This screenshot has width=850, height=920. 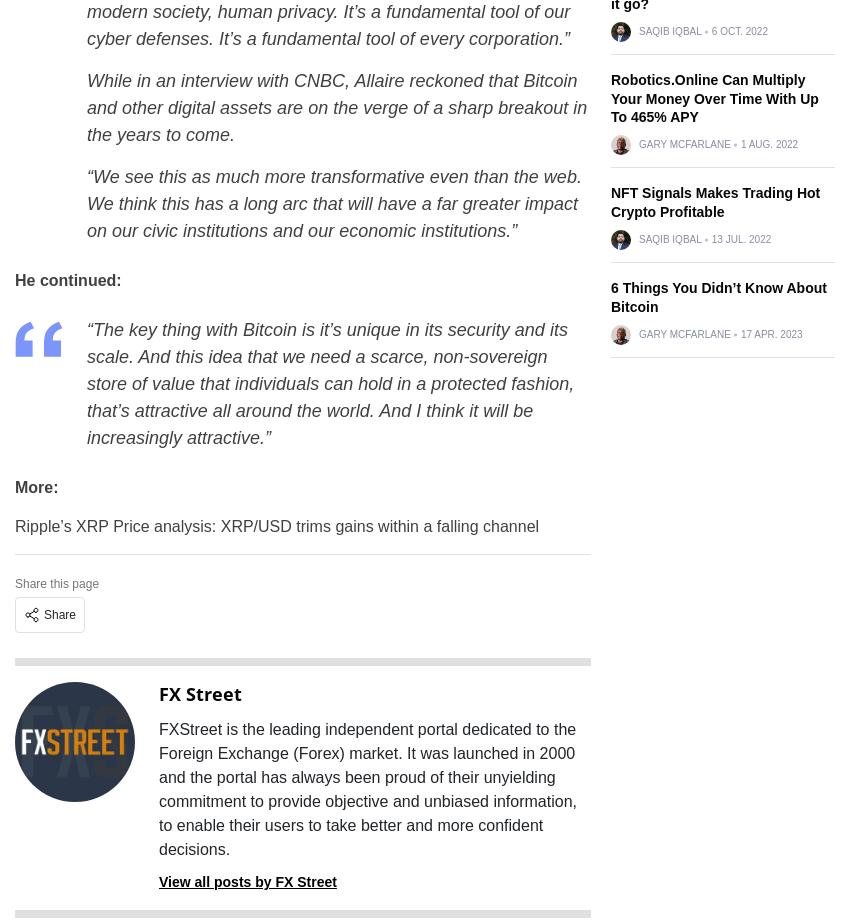 I want to click on '6 Things You Didn’t Know About Bitcoin', so click(x=717, y=297).